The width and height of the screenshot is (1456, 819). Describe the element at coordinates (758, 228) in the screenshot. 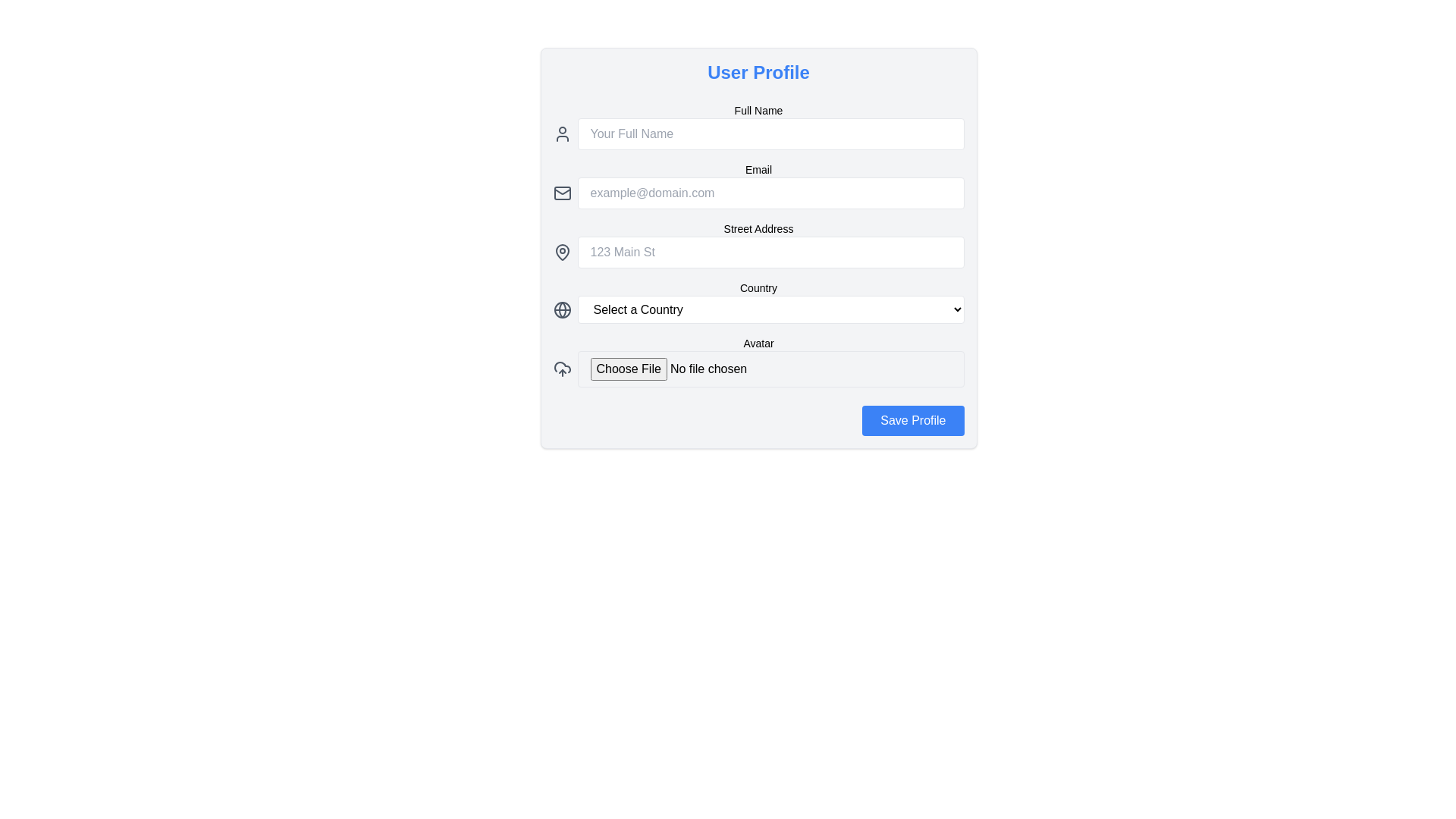

I see `the descriptive label for the street address input field, which is positioned above the address input box and to the right of the address icon` at that location.